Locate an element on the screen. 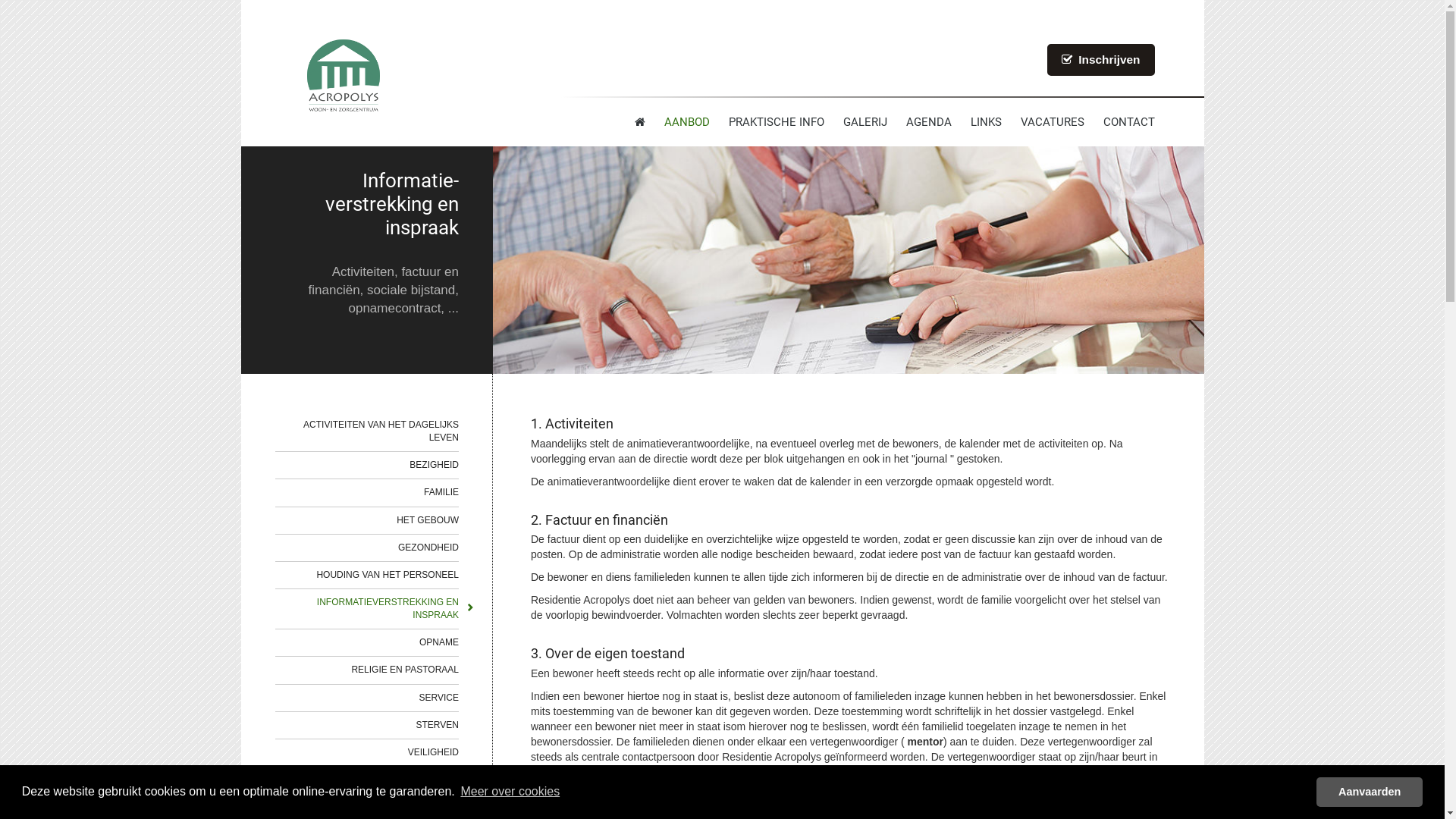 Image resolution: width=1456 pixels, height=819 pixels. 'BEZIGHEID' is located at coordinates (366, 464).